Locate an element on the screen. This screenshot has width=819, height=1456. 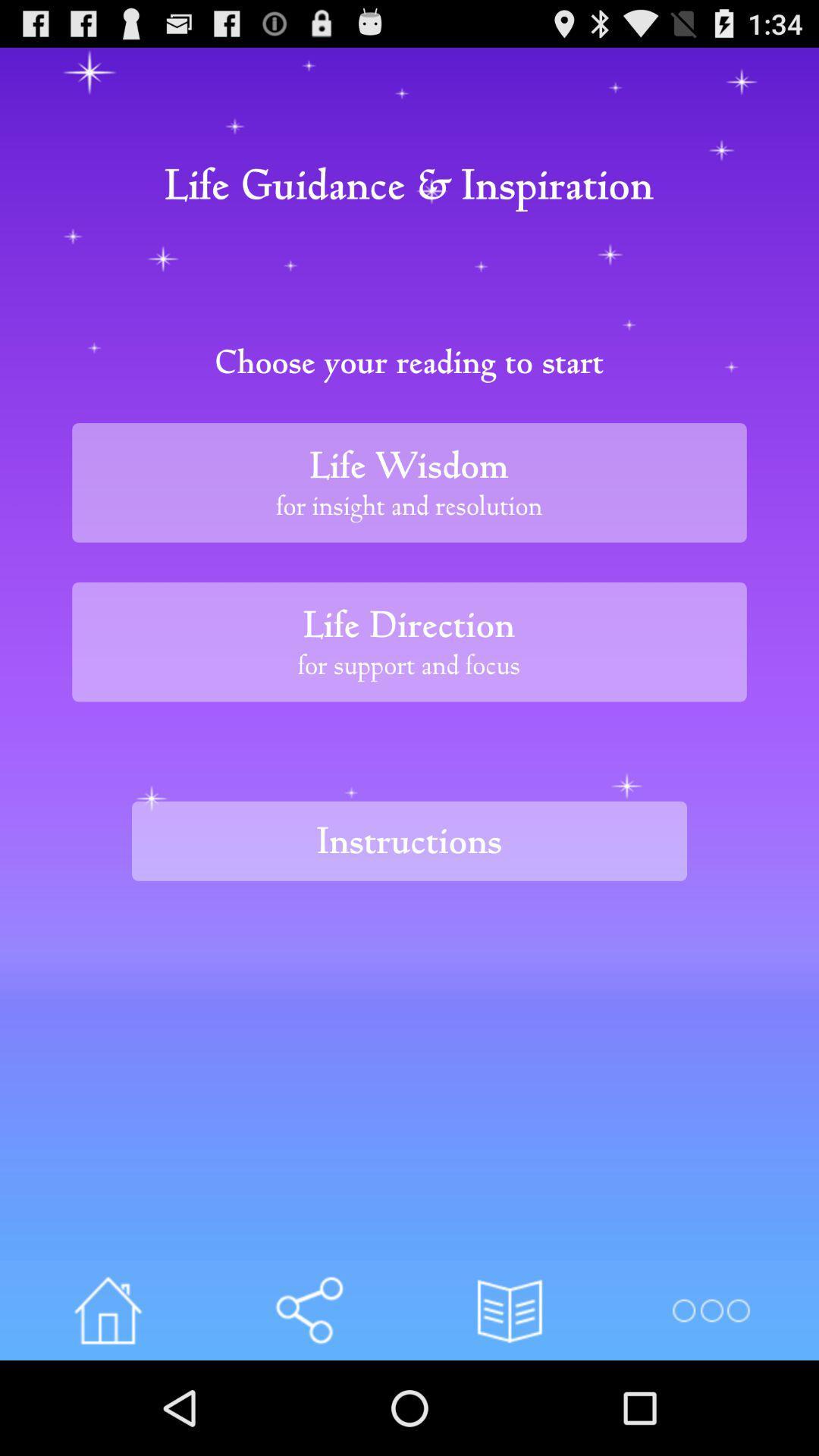
share article is located at coordinates (308, 1310).